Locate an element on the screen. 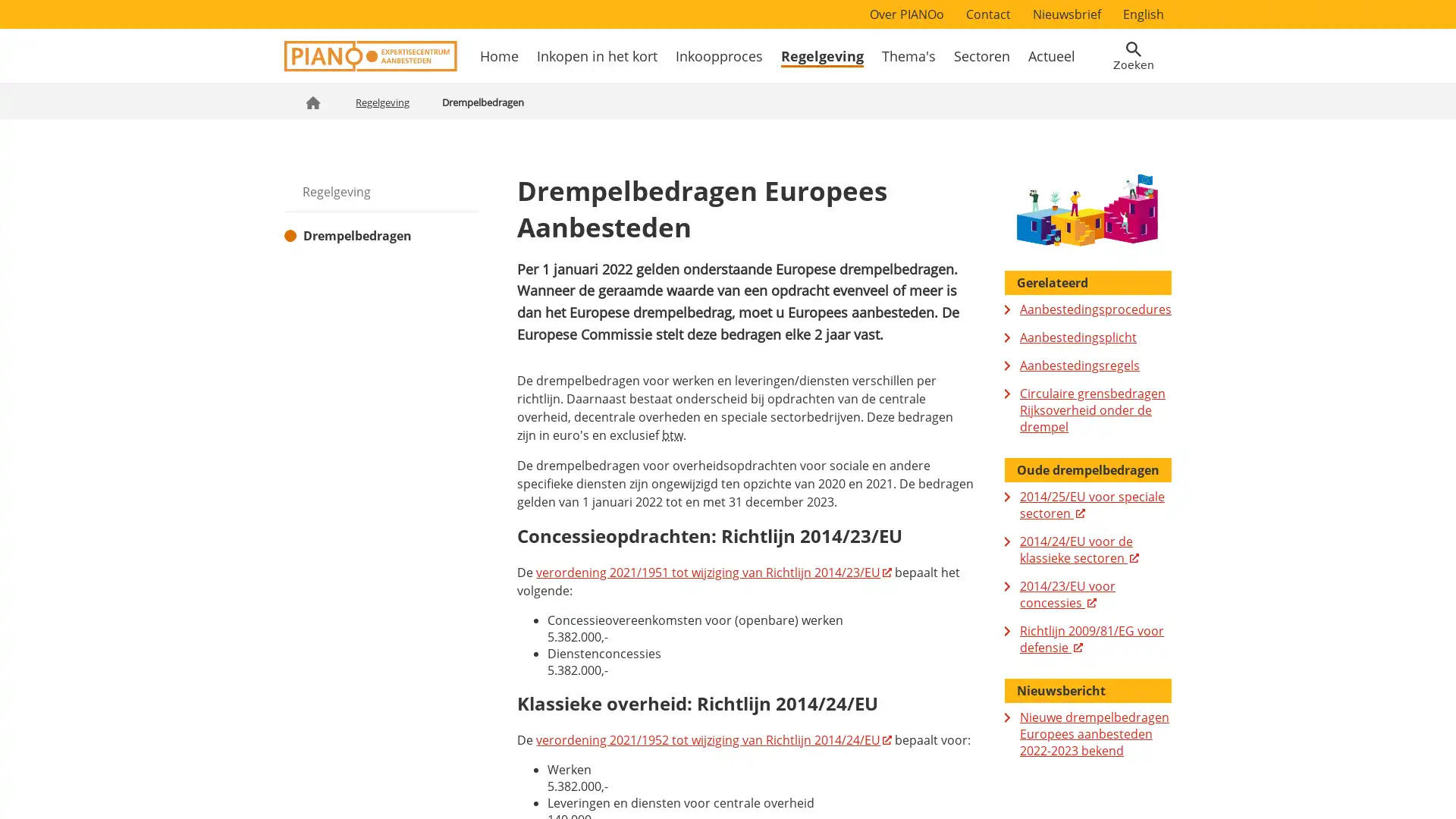  Open zoekveld is located at coordinates (1133, 55).